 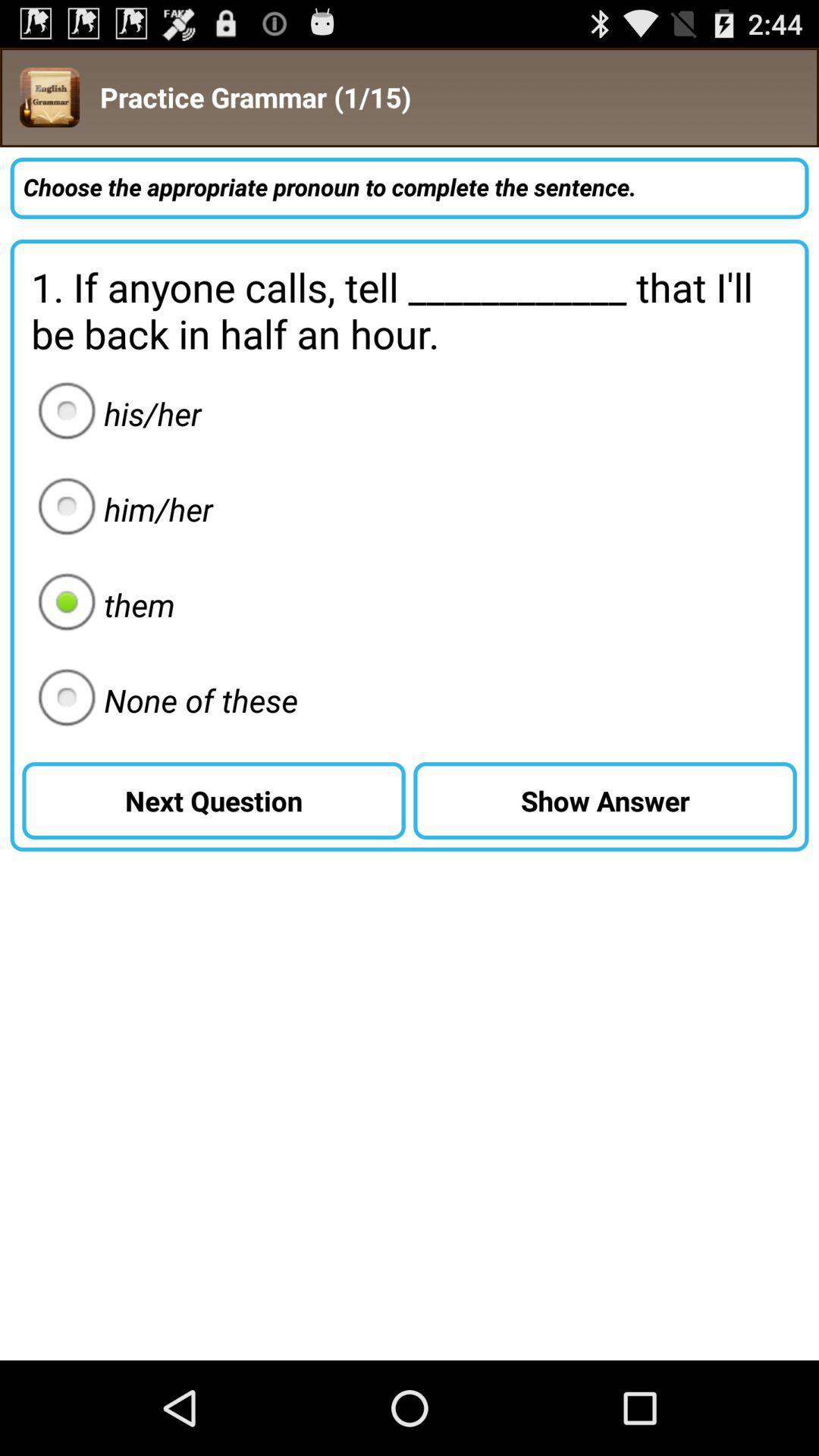 What do you see at coordinates (163, 699) in the screenshot?
I see `item above the next question` at bounding box center [163, 699].